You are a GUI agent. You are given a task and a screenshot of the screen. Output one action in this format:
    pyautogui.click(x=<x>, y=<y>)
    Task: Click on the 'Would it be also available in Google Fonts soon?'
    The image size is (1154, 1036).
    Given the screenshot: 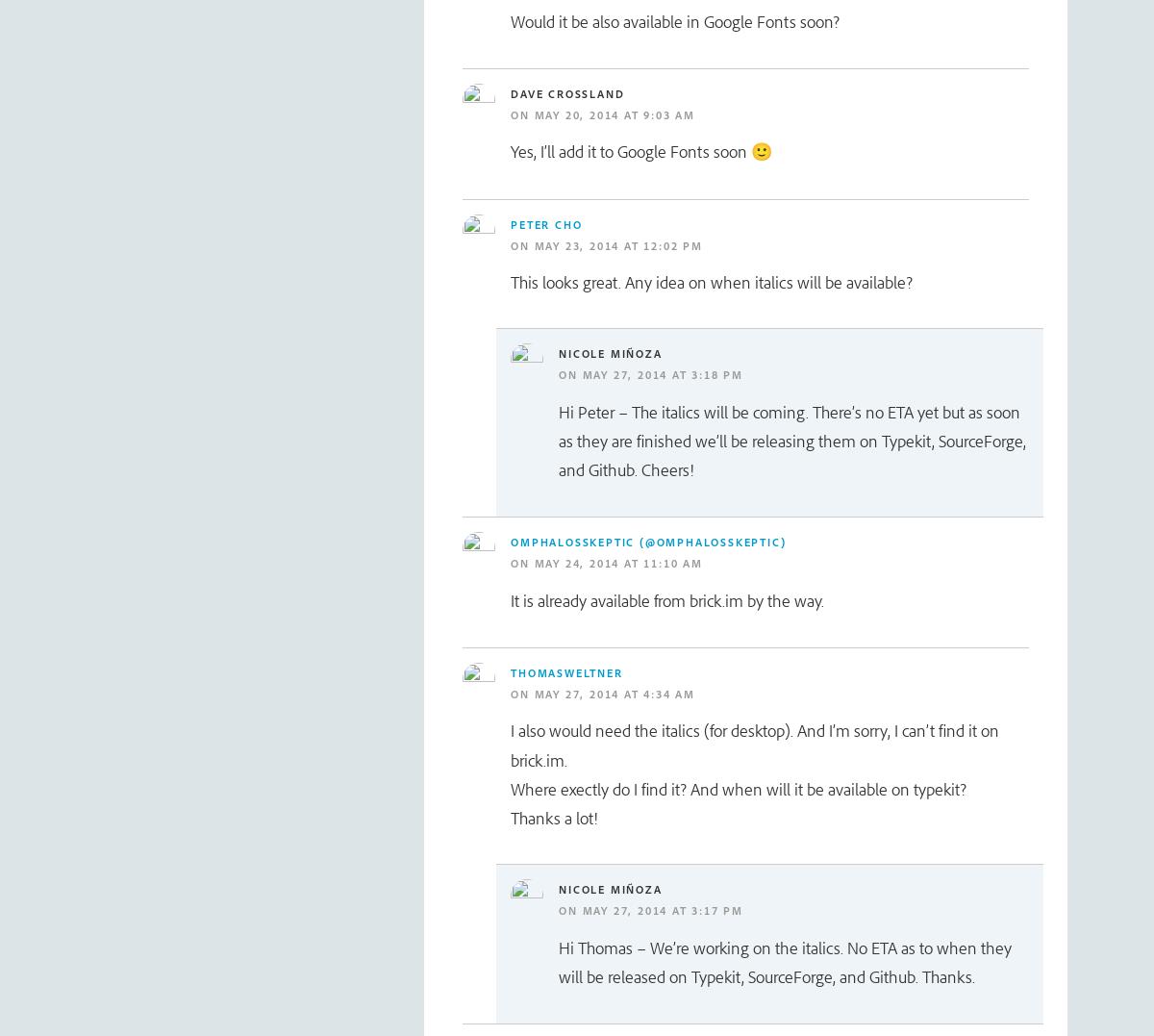 What is the action you would take?
    pyautogui.click(x=675, y=19)
    